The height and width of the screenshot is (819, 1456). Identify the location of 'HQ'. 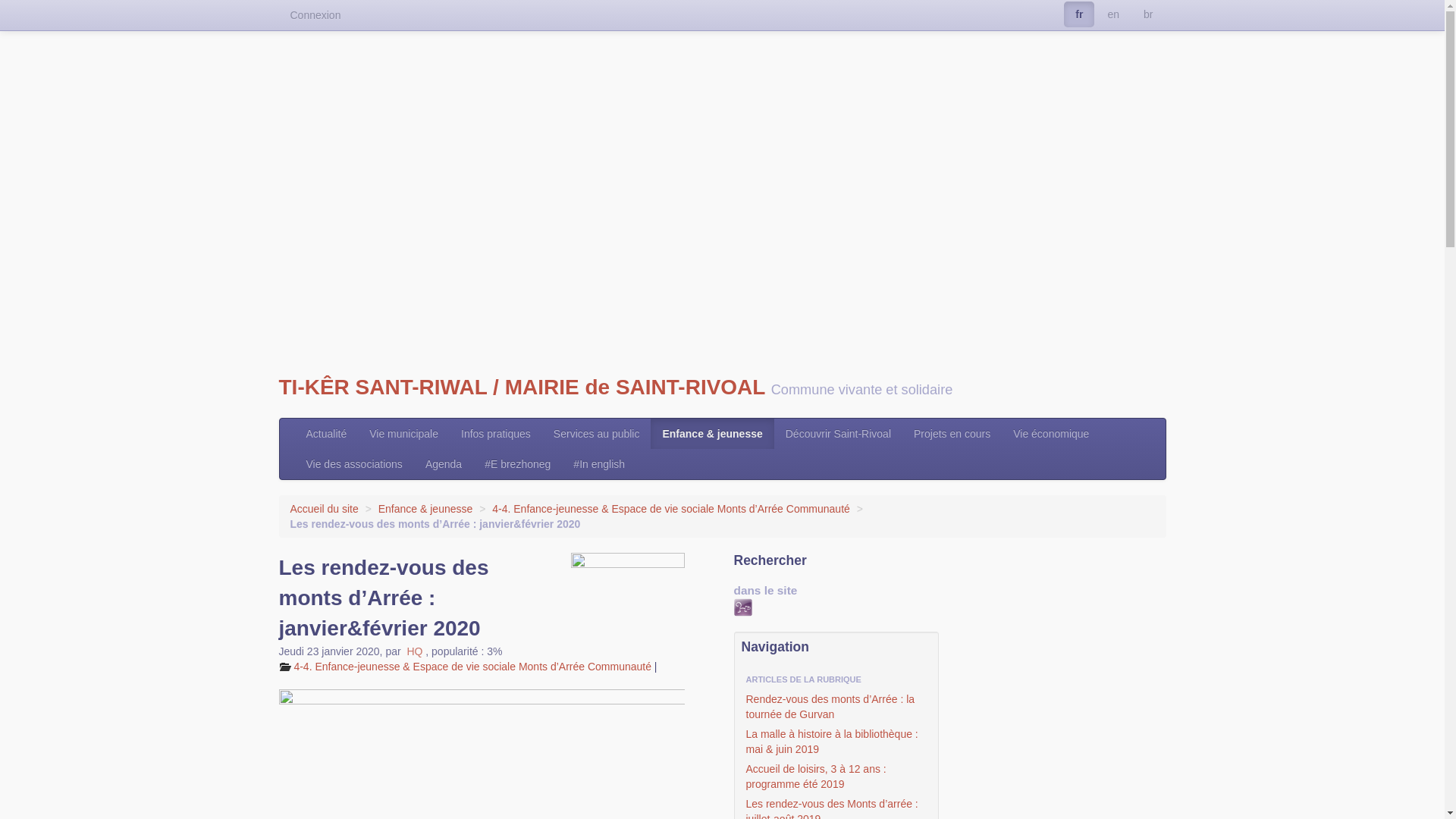
(414, 651).